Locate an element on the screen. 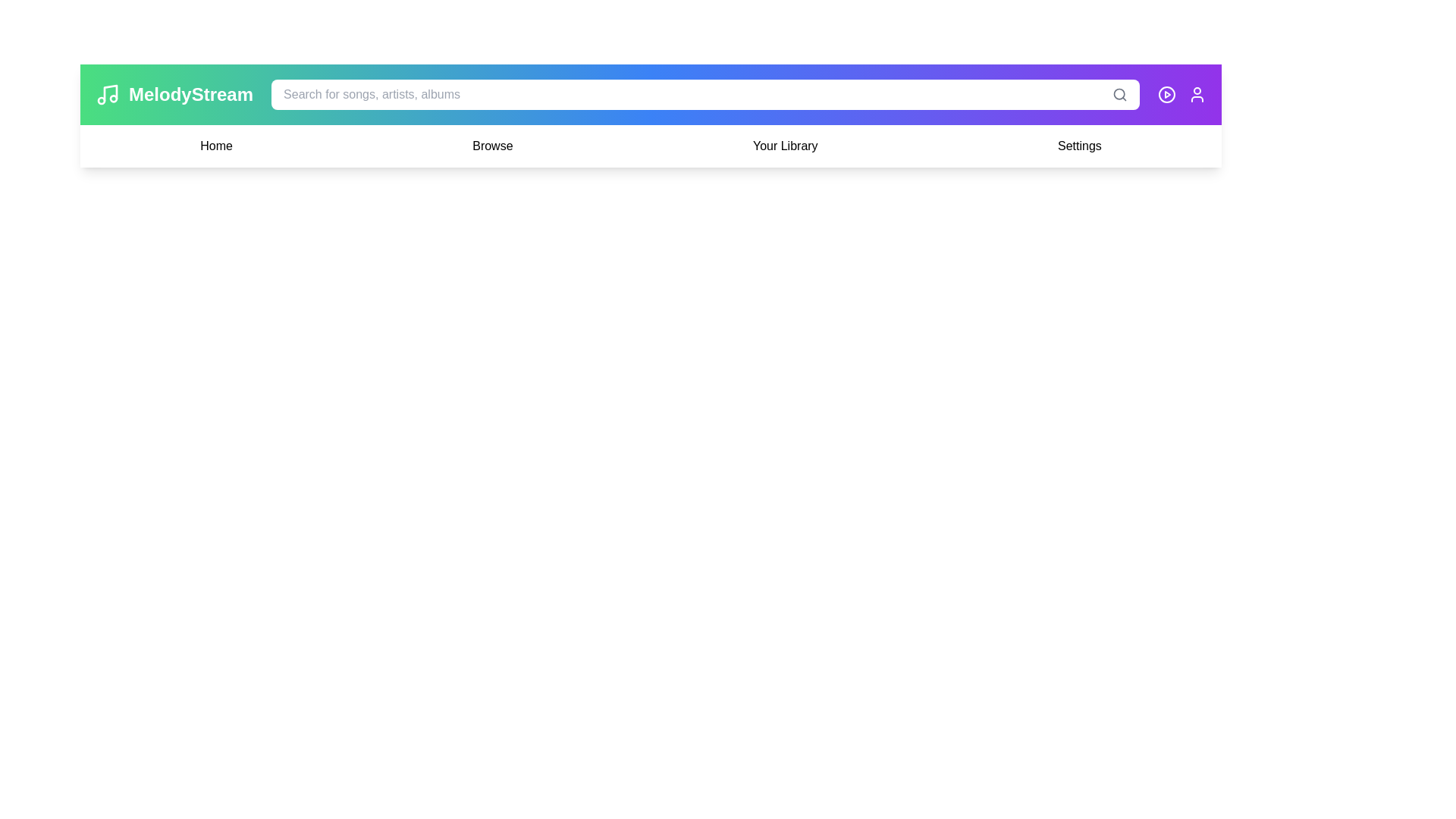 The height and width of the screenshot is (819, 1456). the Browse text label to navigate or trigger the associated action is located at coordinates (492, 146).